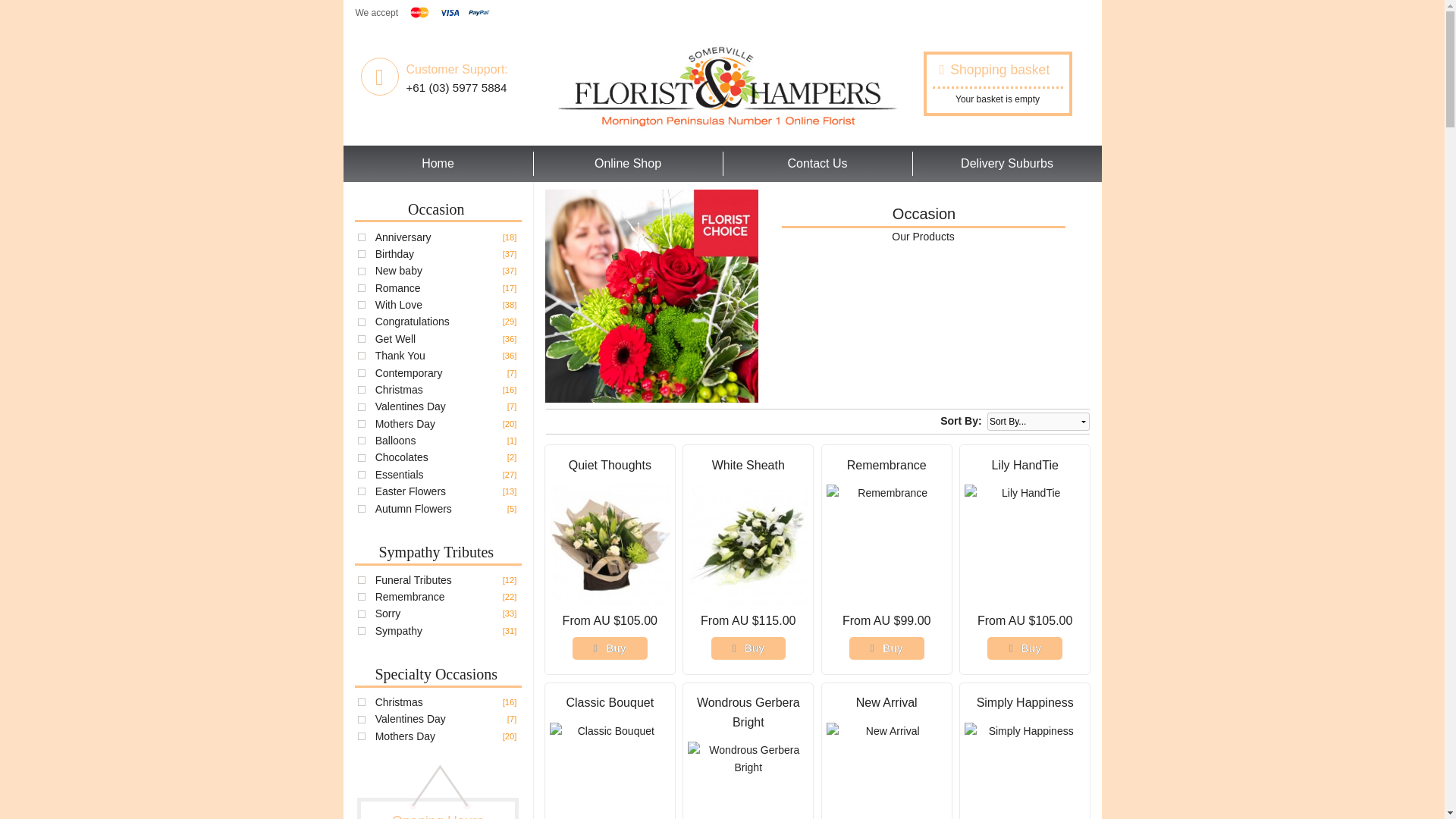 This screenshot has width=1456, height=819. I want to click on 'Shopping basket', so click(938, 70).